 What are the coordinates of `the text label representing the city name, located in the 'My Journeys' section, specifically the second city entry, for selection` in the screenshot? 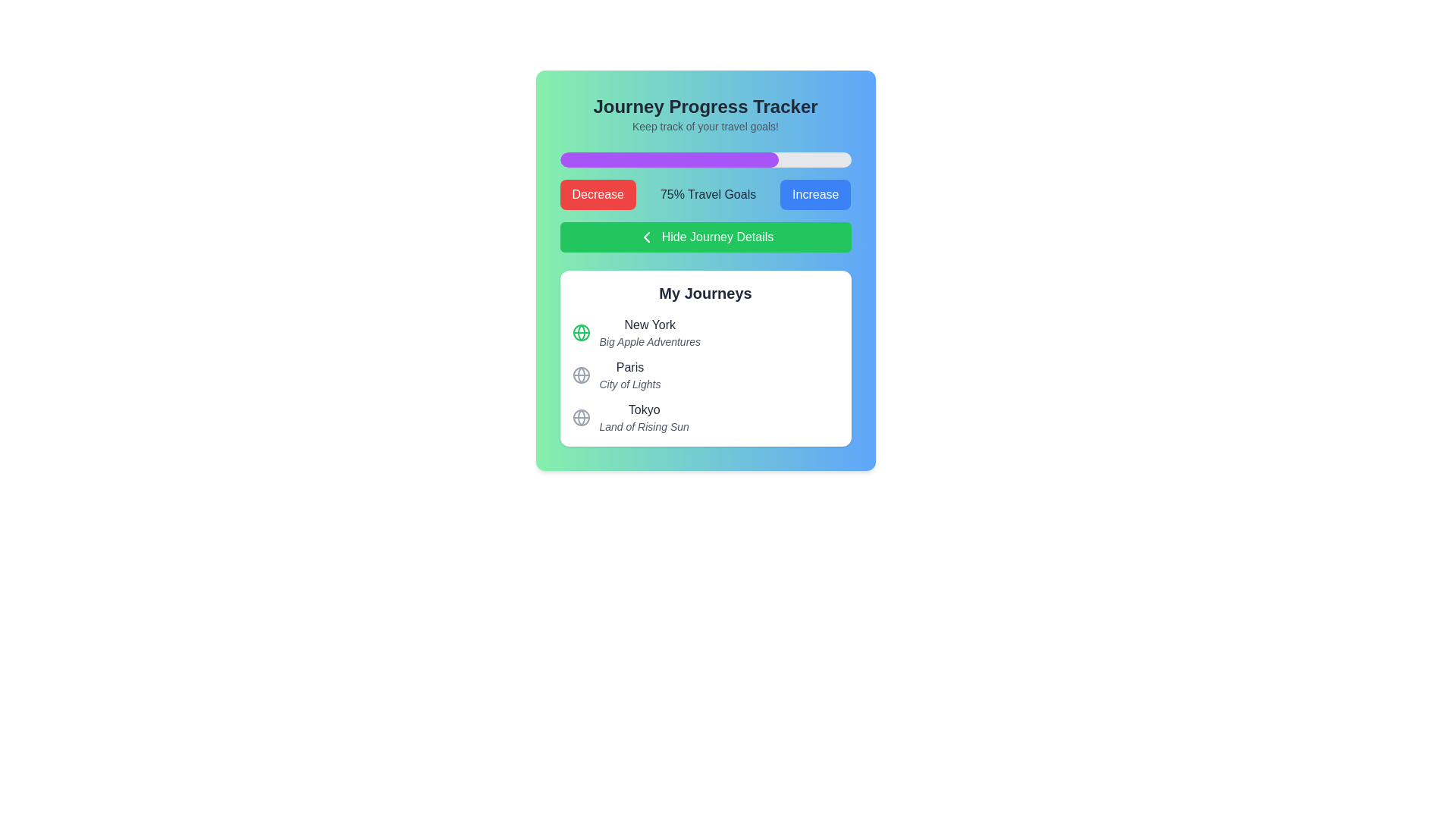 It's located at (629, 368).